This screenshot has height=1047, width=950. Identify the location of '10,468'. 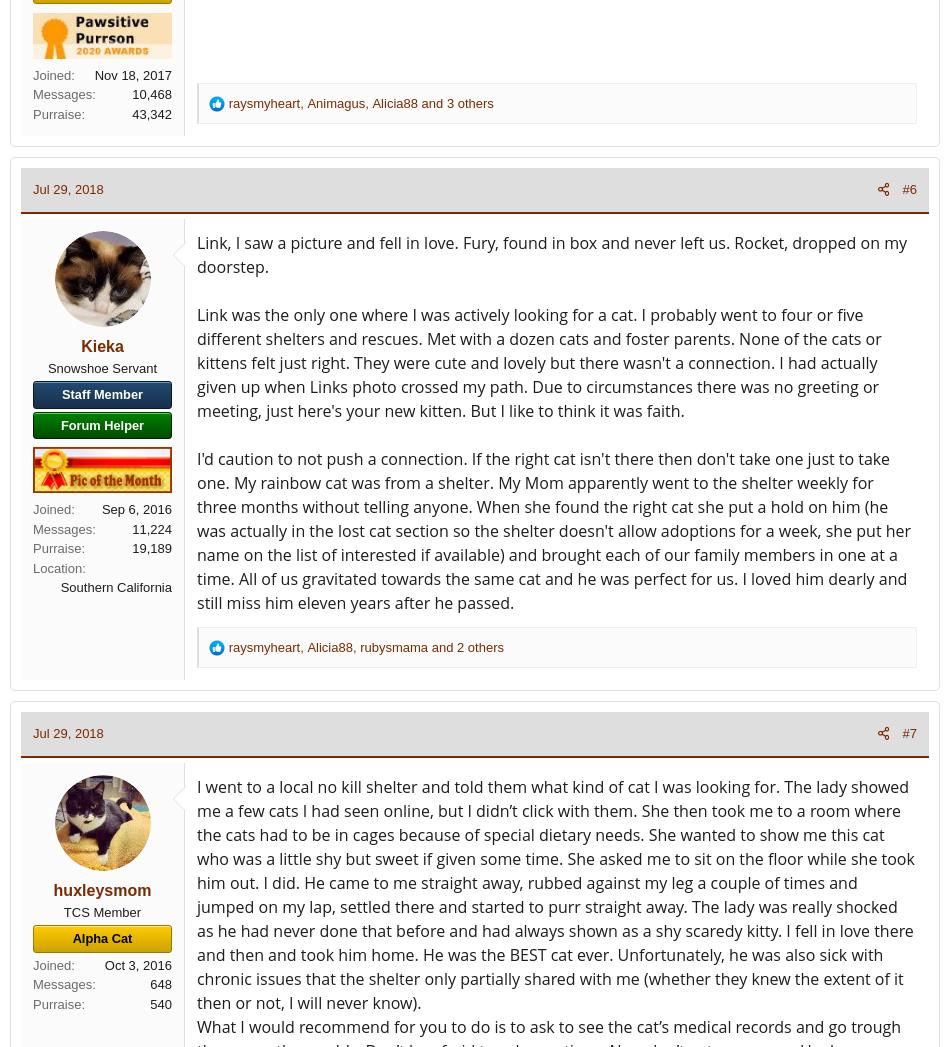
(131, 94).